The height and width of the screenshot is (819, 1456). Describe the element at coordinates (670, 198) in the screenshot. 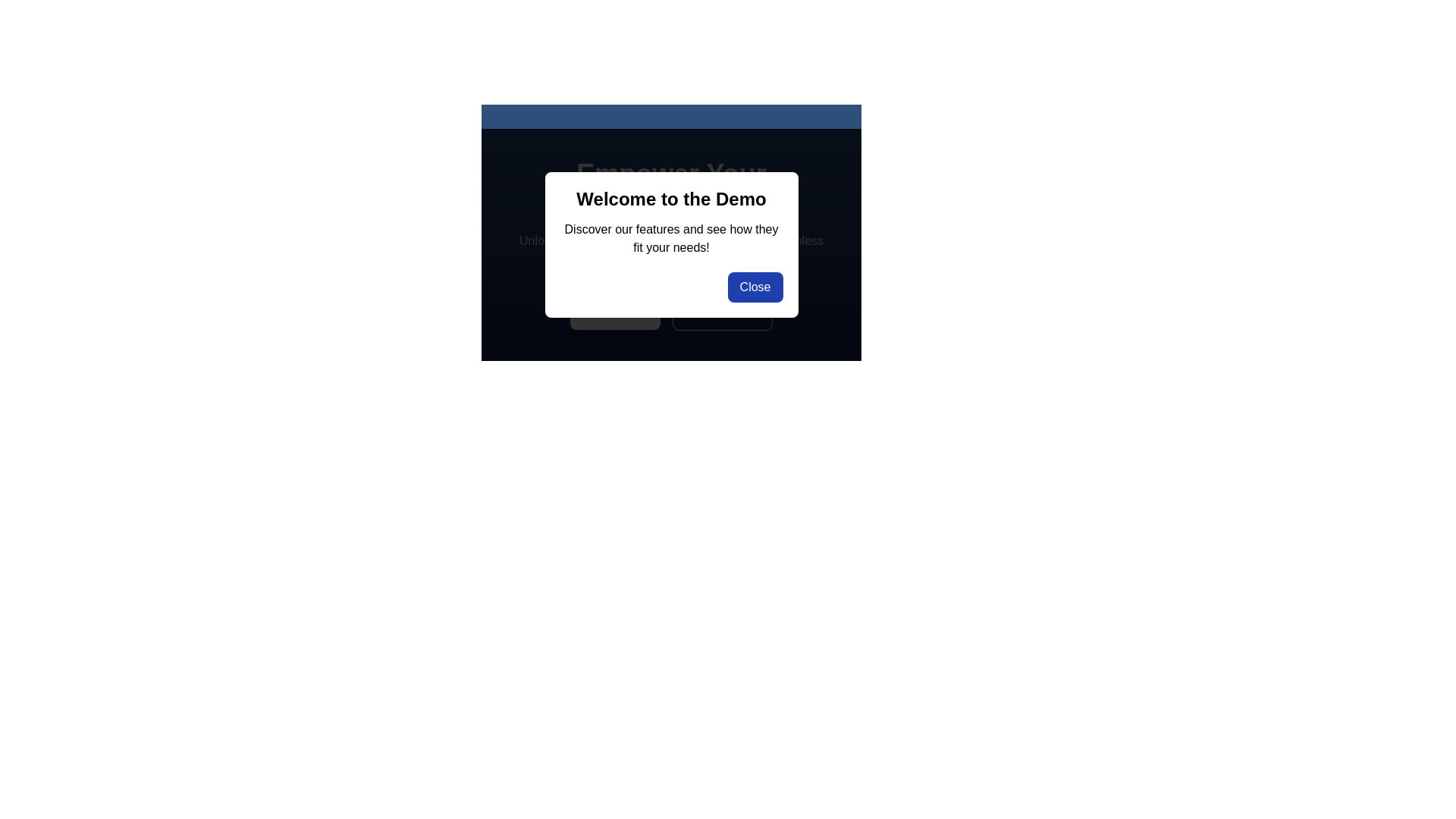

I see `the static text element that displays 'Welcome to the Demo', which is the main heading of the dialog box` at that location.